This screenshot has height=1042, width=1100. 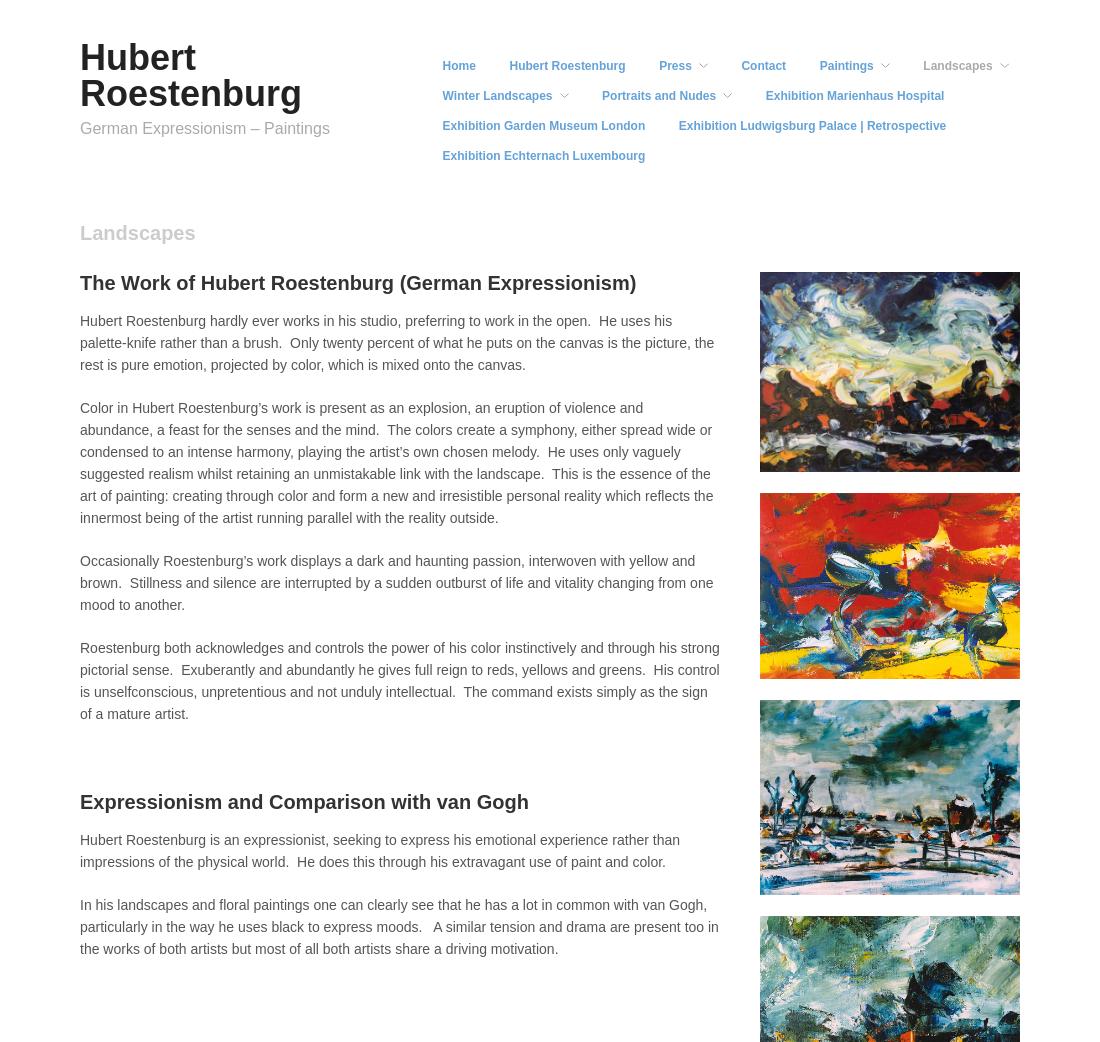 I want to click on 'Exhibition Echternach Luxembourg', so click(x=543, y=155).